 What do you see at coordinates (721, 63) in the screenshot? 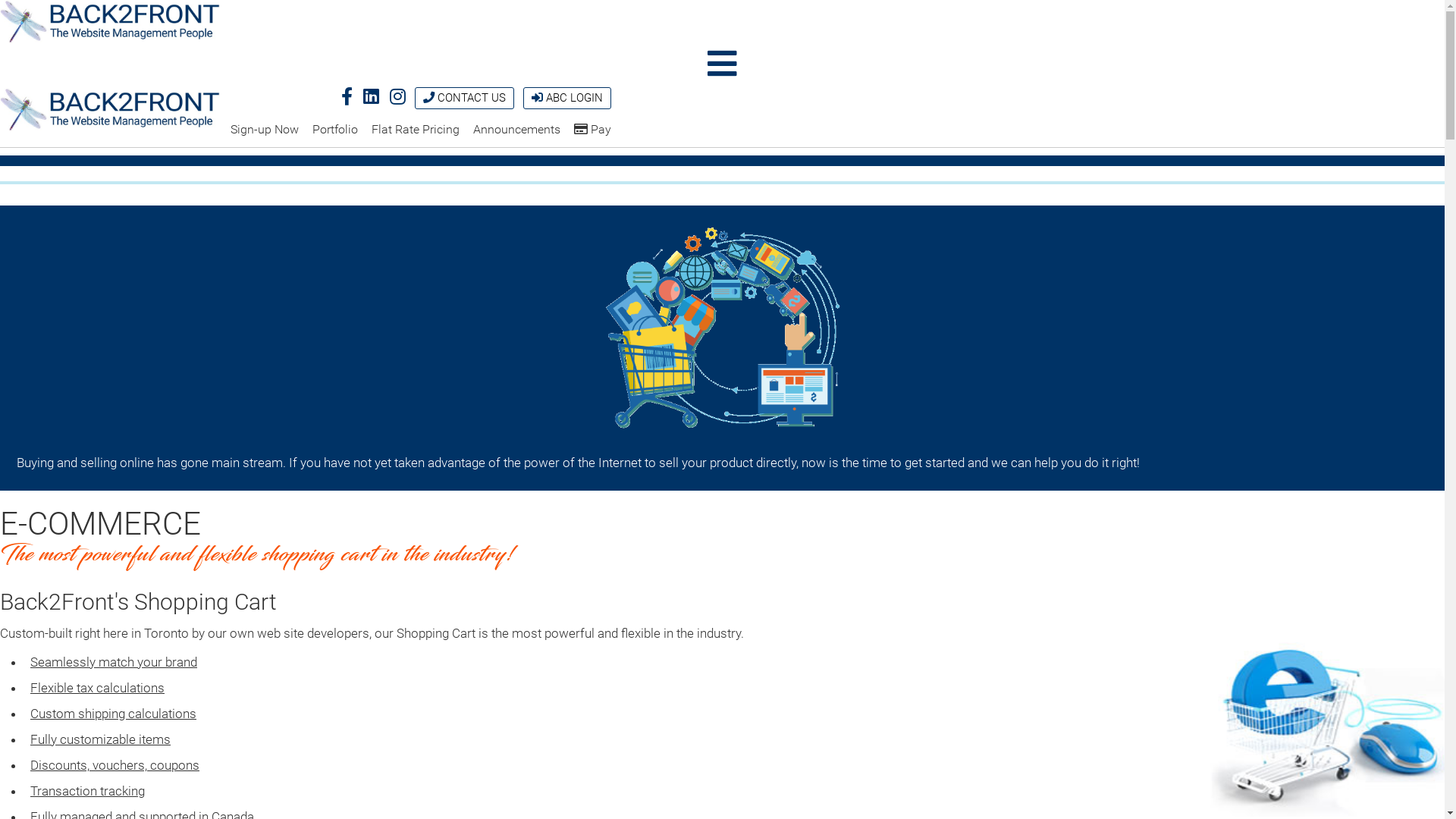
I see `'Back2Front Mobile Menu'` at bounding box center [721, 63].